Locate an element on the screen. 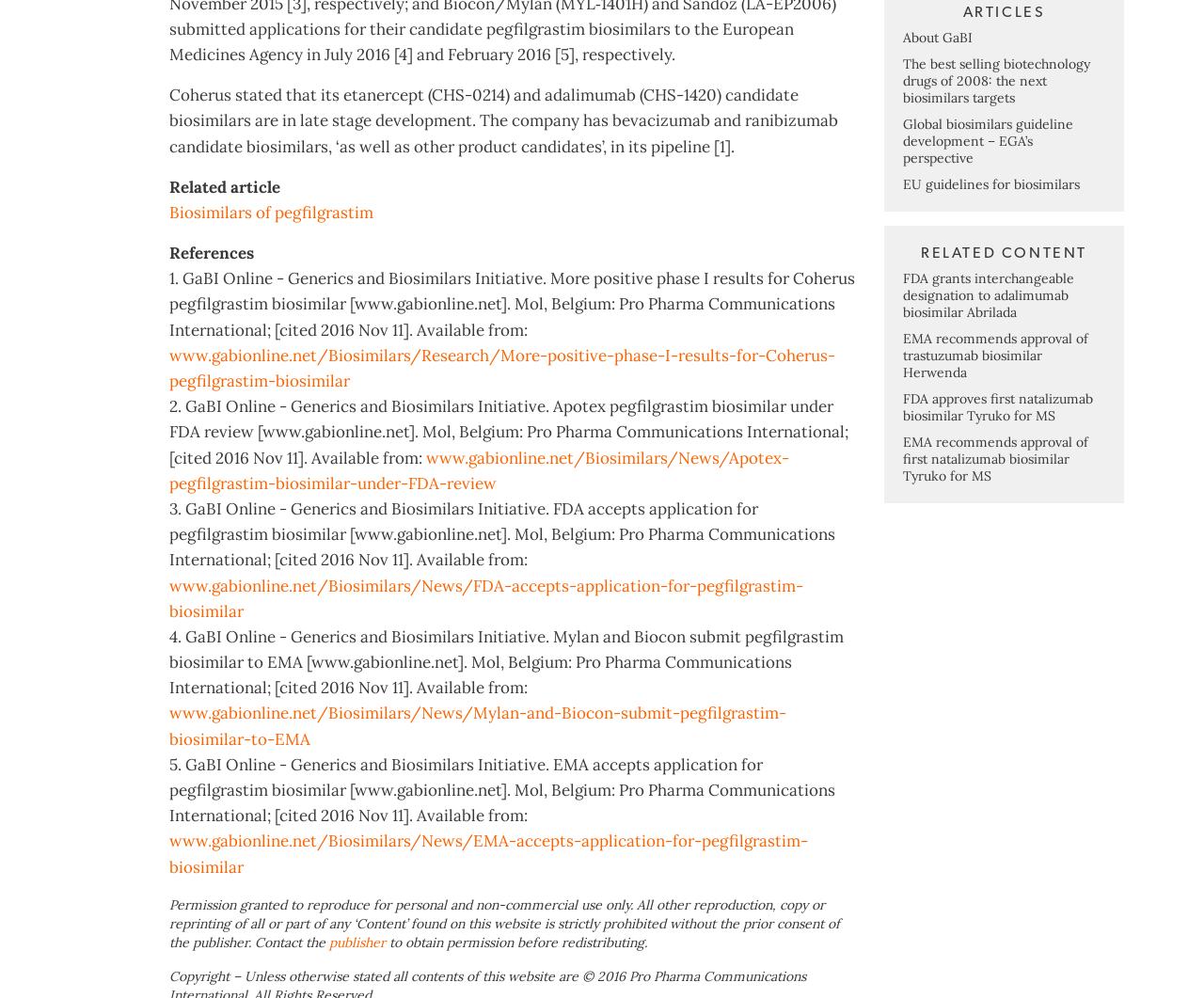 This screenshot has width=1204, height=998. 'FDA grants interchangeable designation to adalimumab biosimilar Abrilada' is located at coordinates (988, 369).